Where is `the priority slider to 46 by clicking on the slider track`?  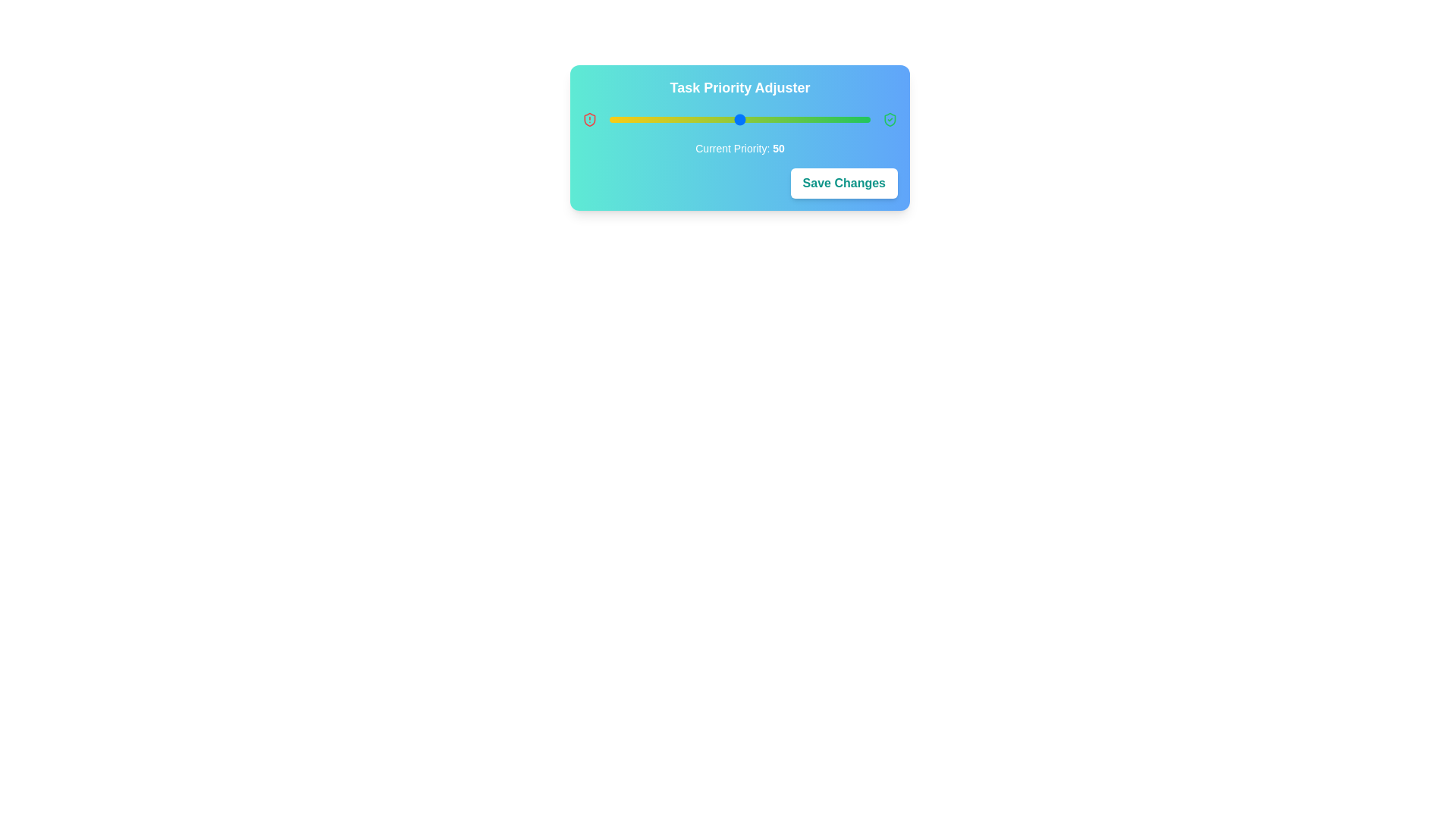 the priority slider to 46 by clicking on the slider track is located at coordinates (730, 119).